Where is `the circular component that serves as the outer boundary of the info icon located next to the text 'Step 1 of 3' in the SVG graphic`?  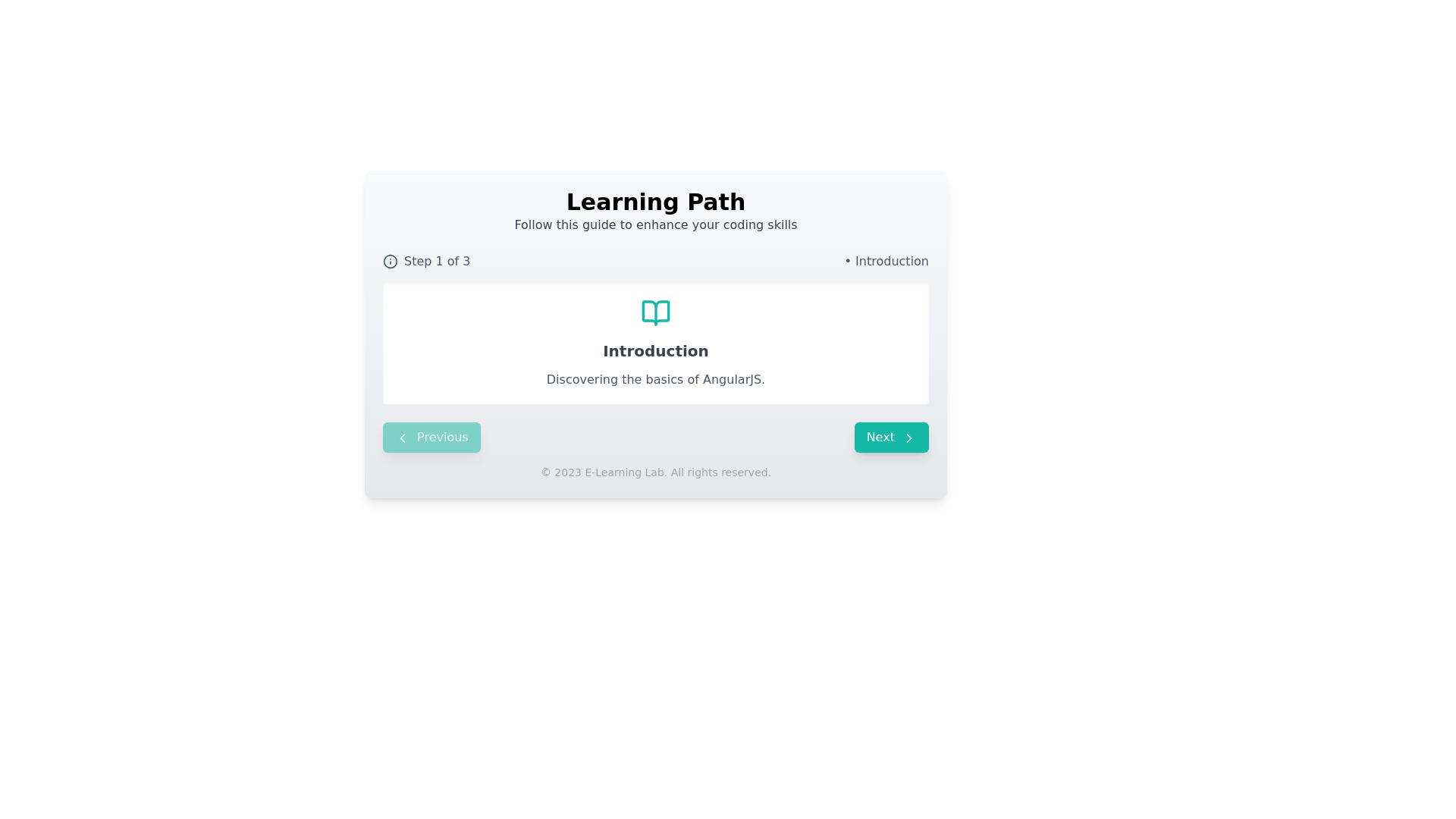 the circular component that serves as the outer boundary of the info icon located next to the text 'Step 1 of 3' in the SVG graphic is located at coordinates (390, 260).